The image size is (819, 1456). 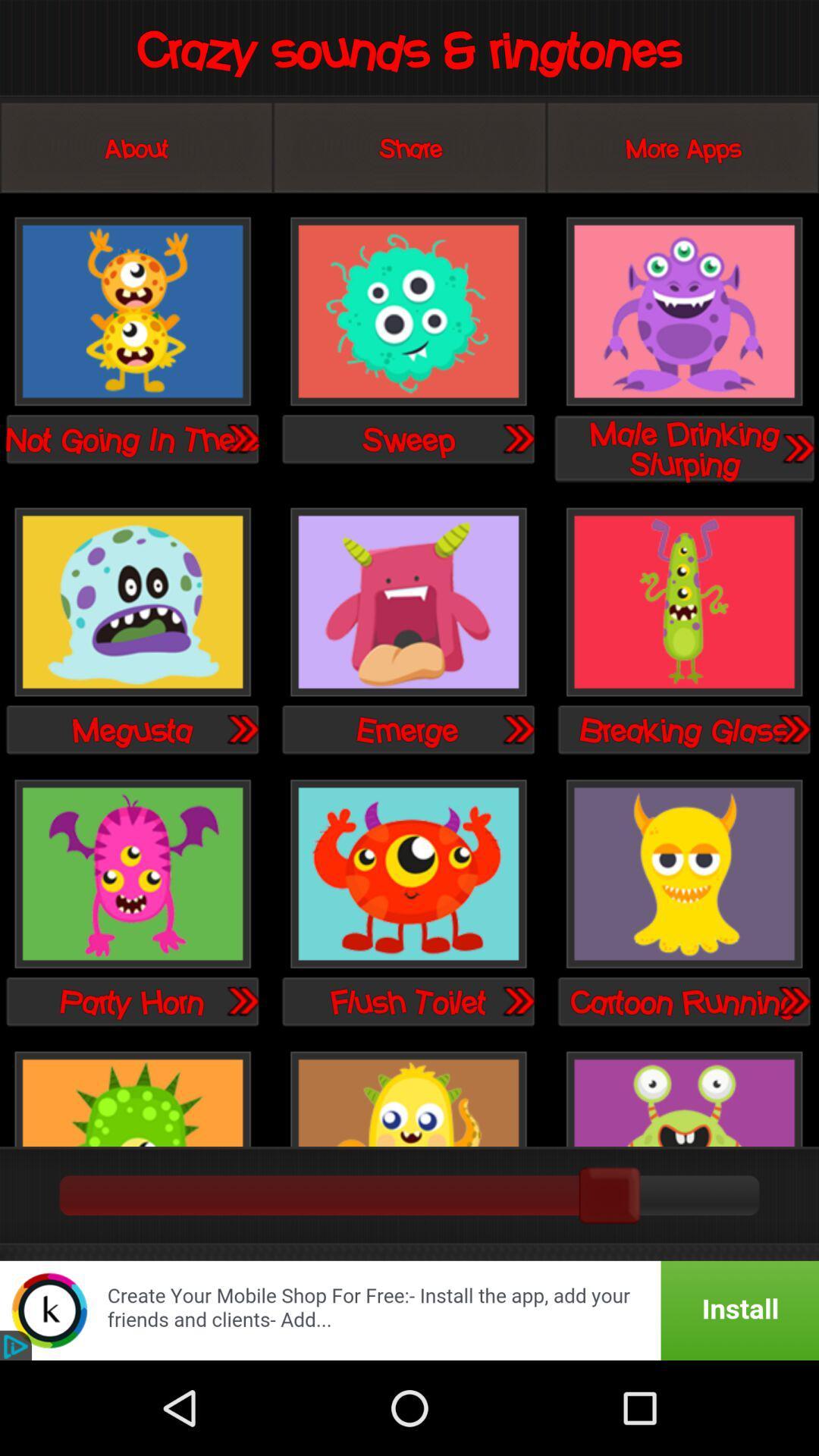 What do you see at coordinates (517, 729) in the screenshot?
I see `sound emerge` at bounding box center [517, 729].